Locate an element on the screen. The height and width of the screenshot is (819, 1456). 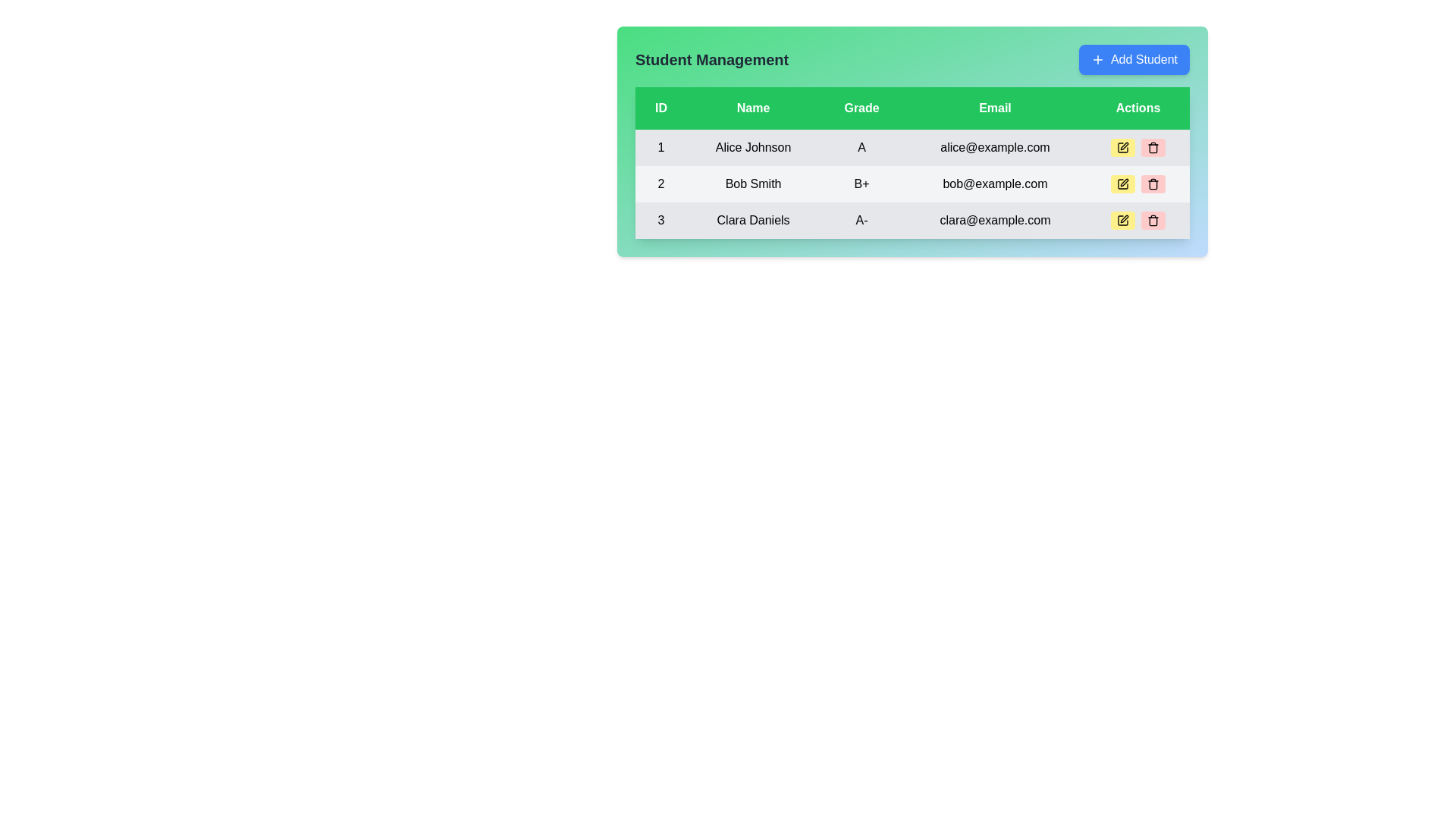
the 'Email' header label in the table, which indicates the content of the Email column, positioned slightly right of center in the table layout is located at coordinates (995, 107).